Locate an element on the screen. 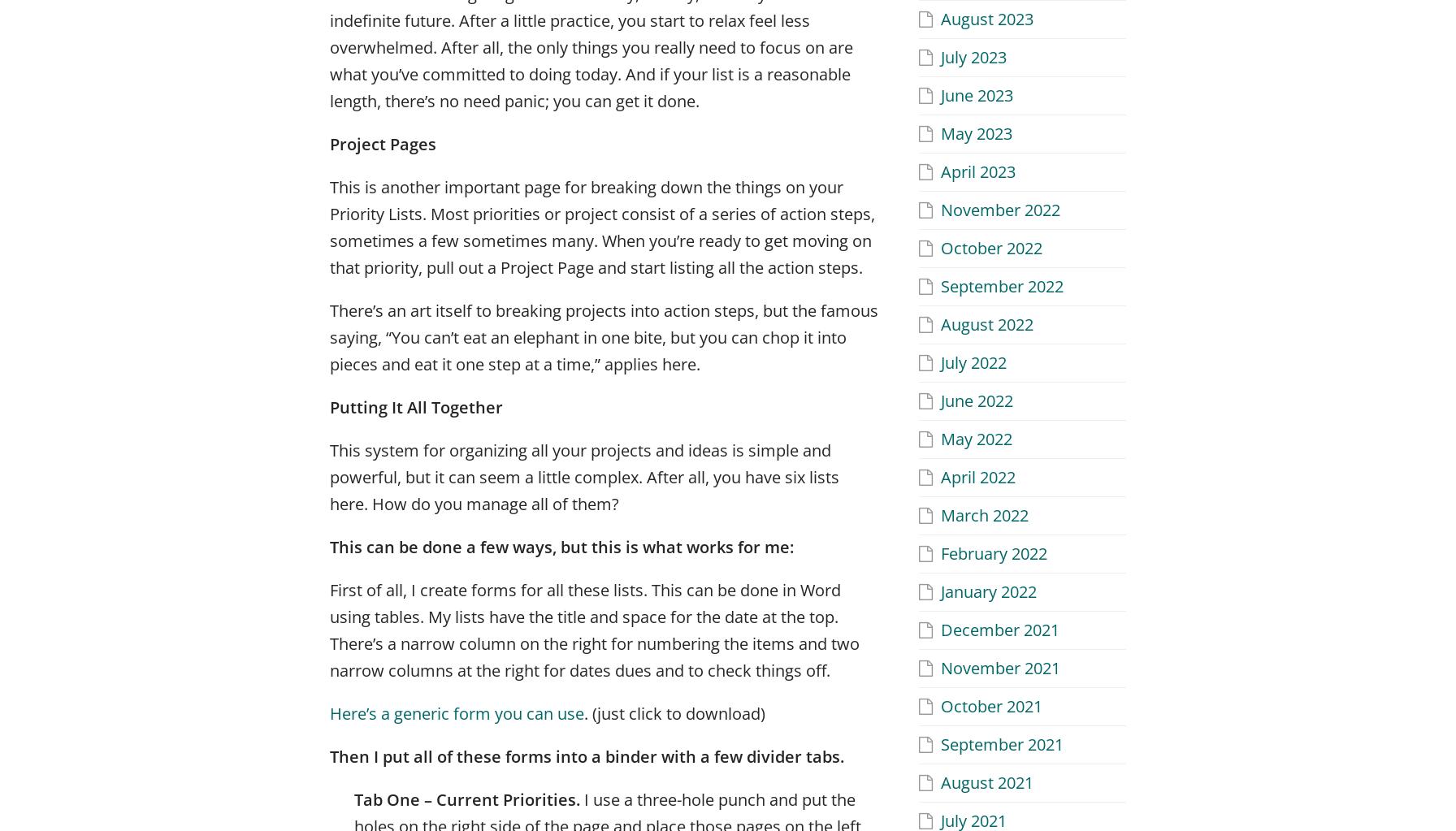  'August 2021' is located at coordinates (986, 781).